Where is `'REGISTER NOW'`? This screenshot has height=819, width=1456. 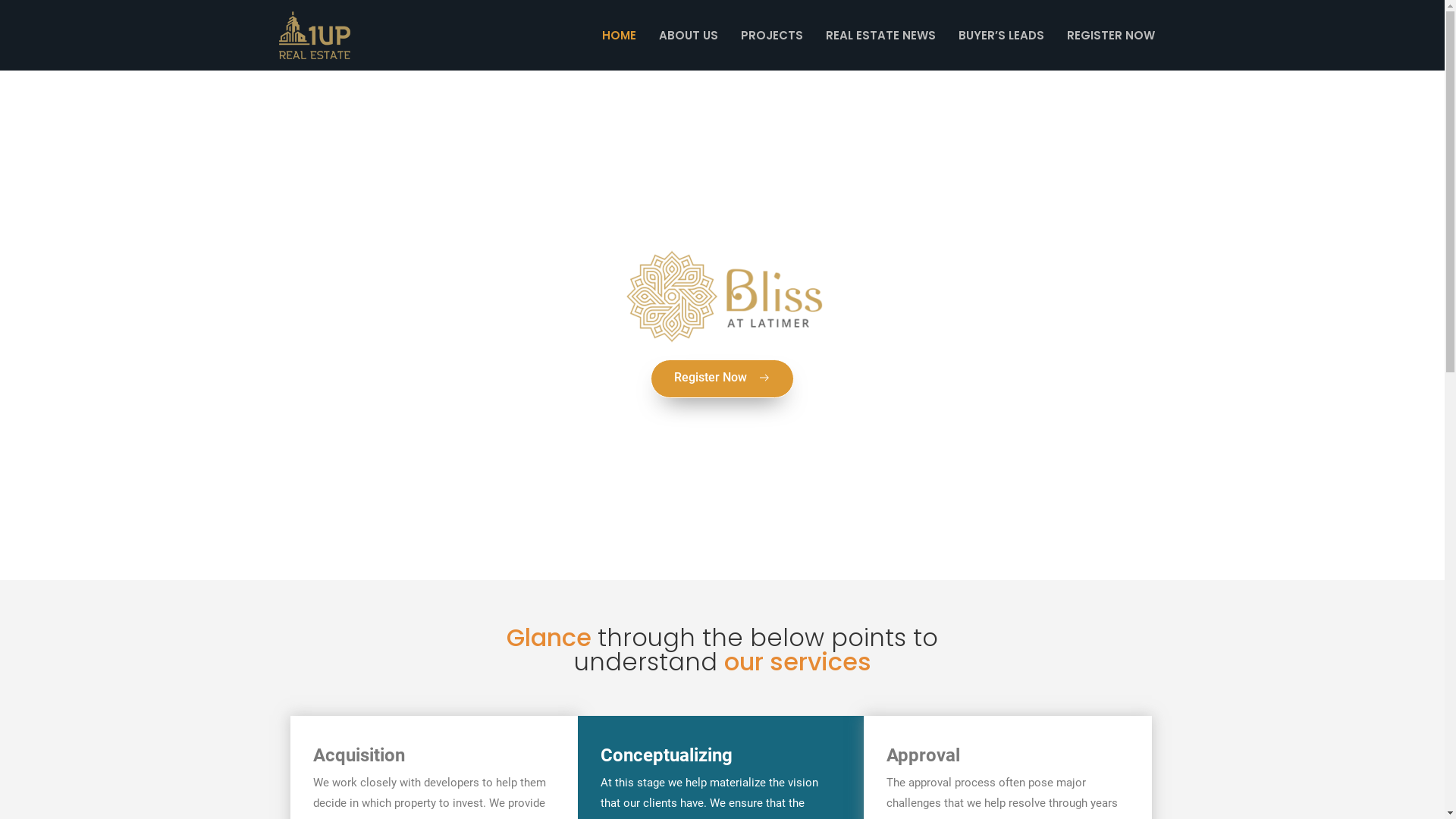
'REGISTER NOW' is located at coordinates (1055, 34).